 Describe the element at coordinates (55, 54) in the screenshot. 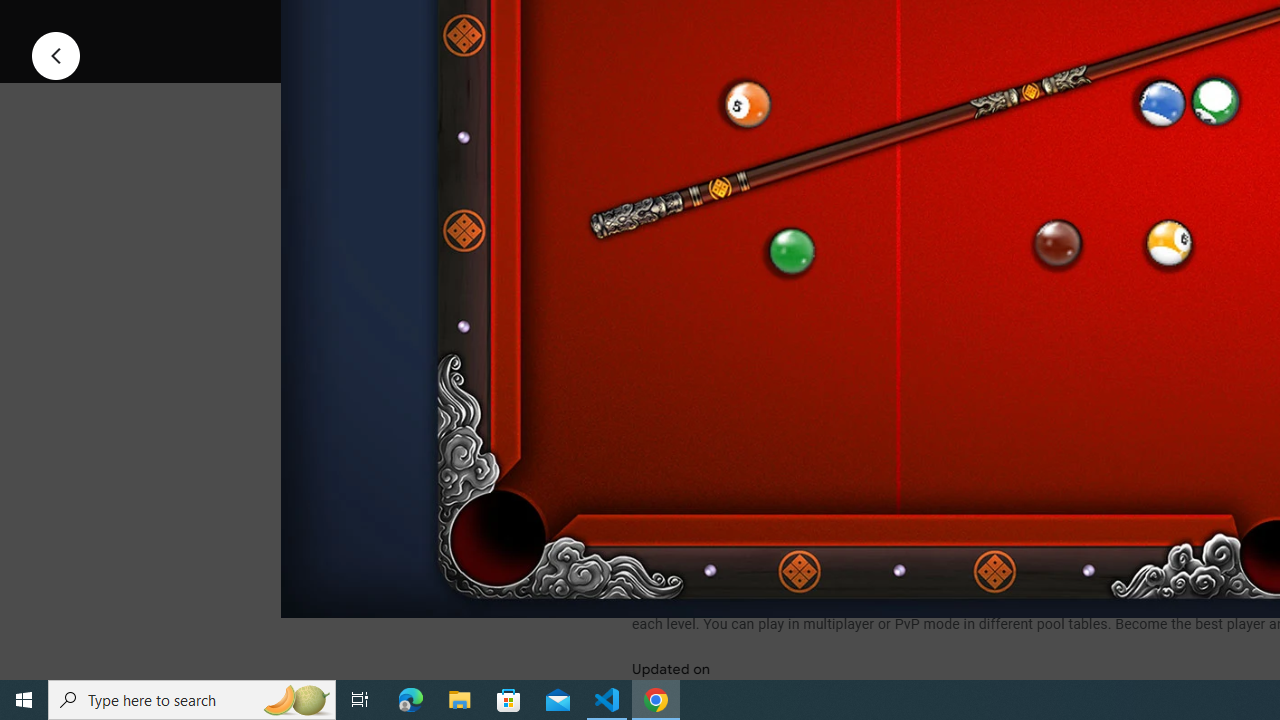

I see `'Previous'` at that location.